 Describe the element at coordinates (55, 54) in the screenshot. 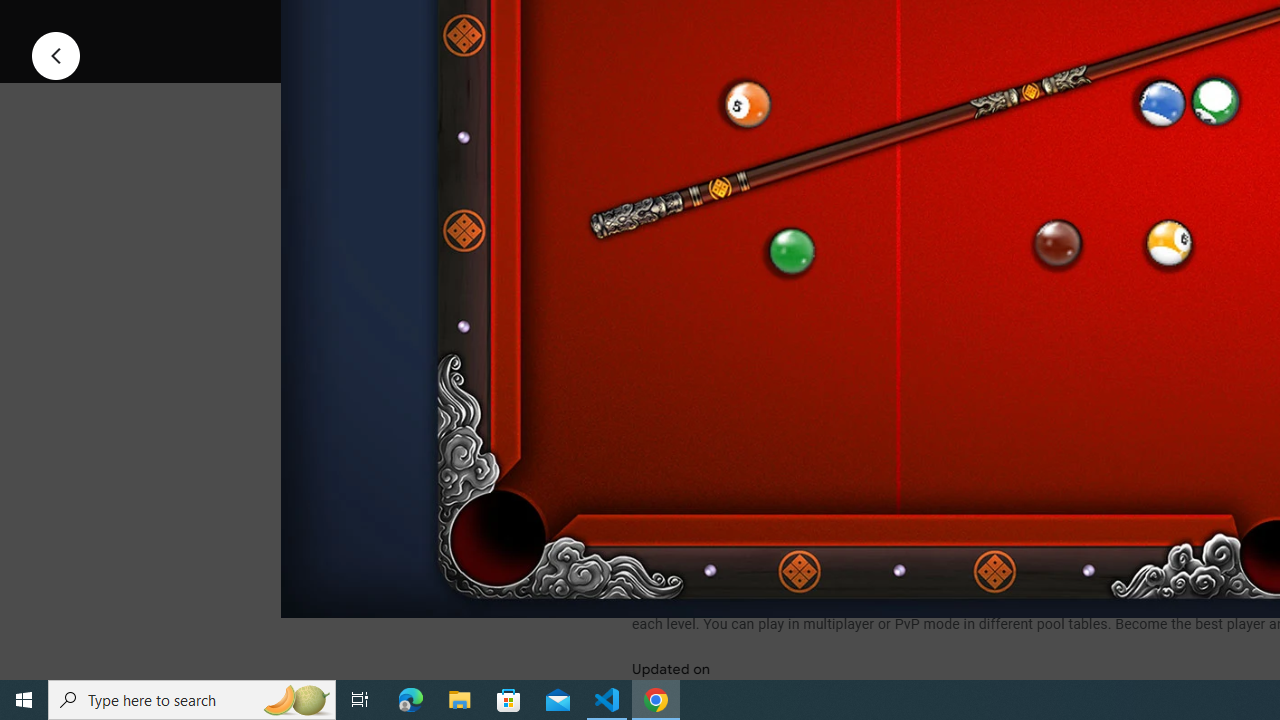

I see `'Previous'` at that location.